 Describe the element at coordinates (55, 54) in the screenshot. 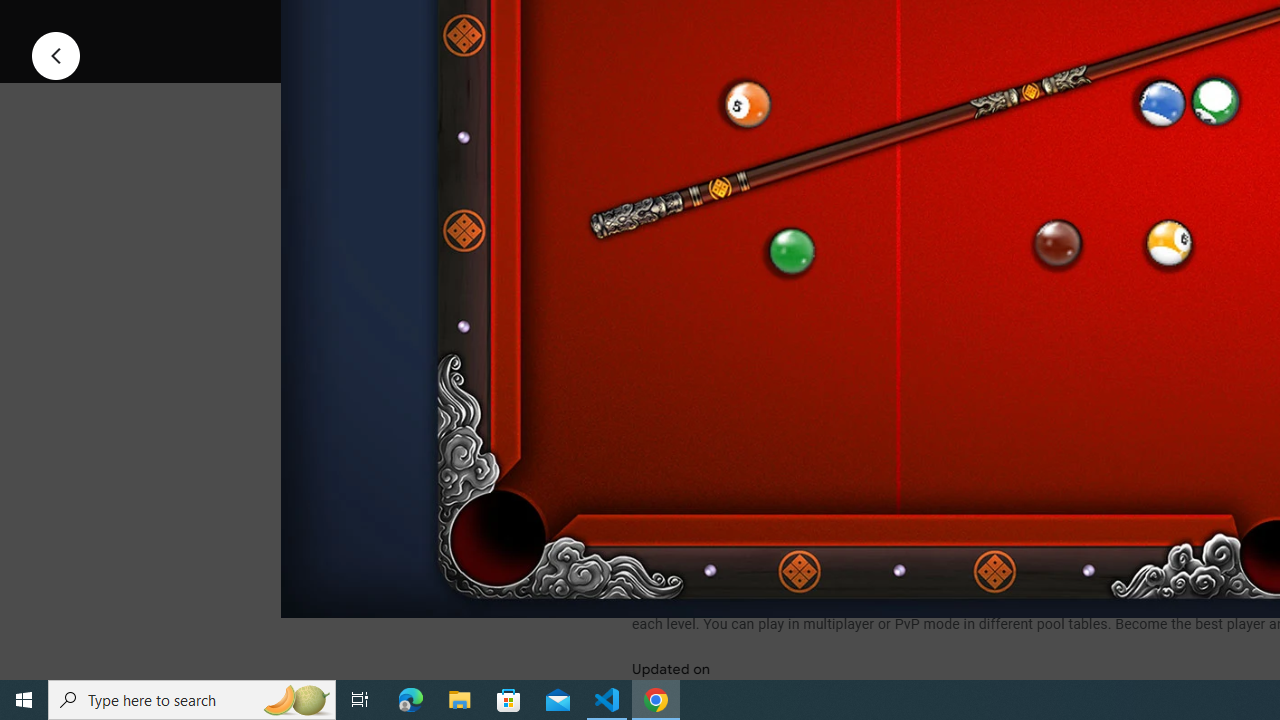

I see `'Previous'` at that location.